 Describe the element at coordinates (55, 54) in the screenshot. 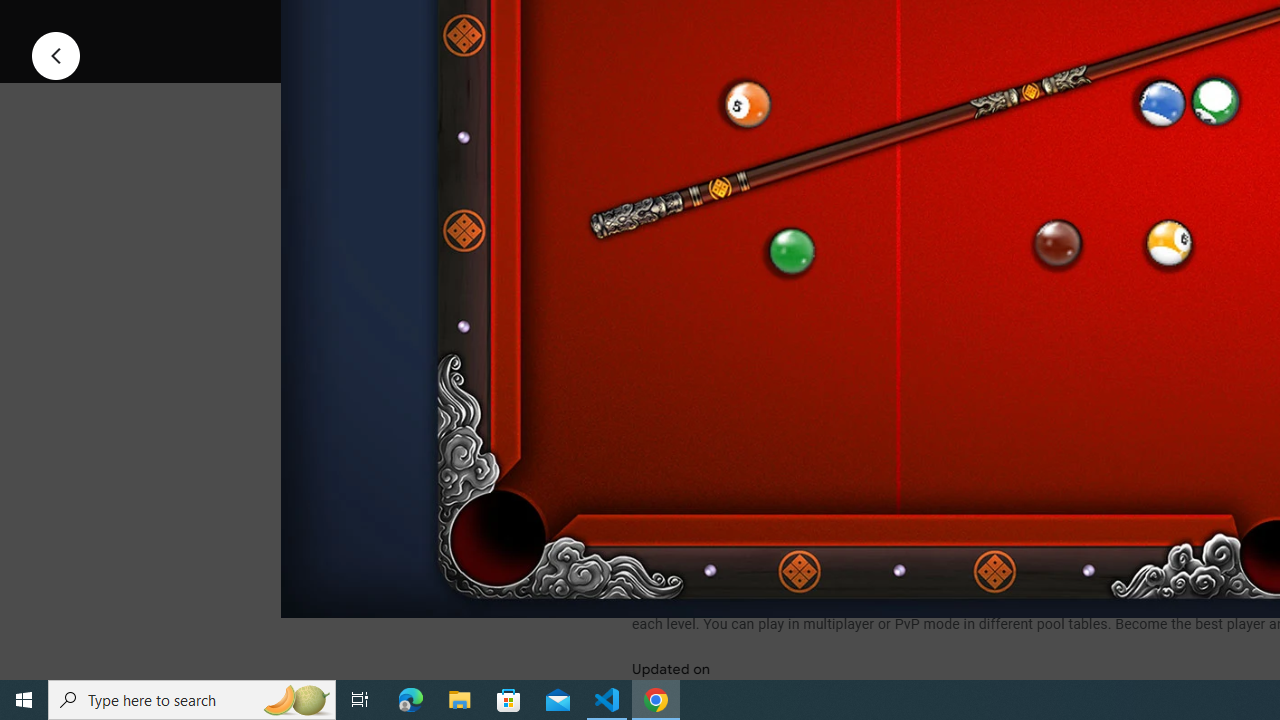

I see `'Previous'` at that location.